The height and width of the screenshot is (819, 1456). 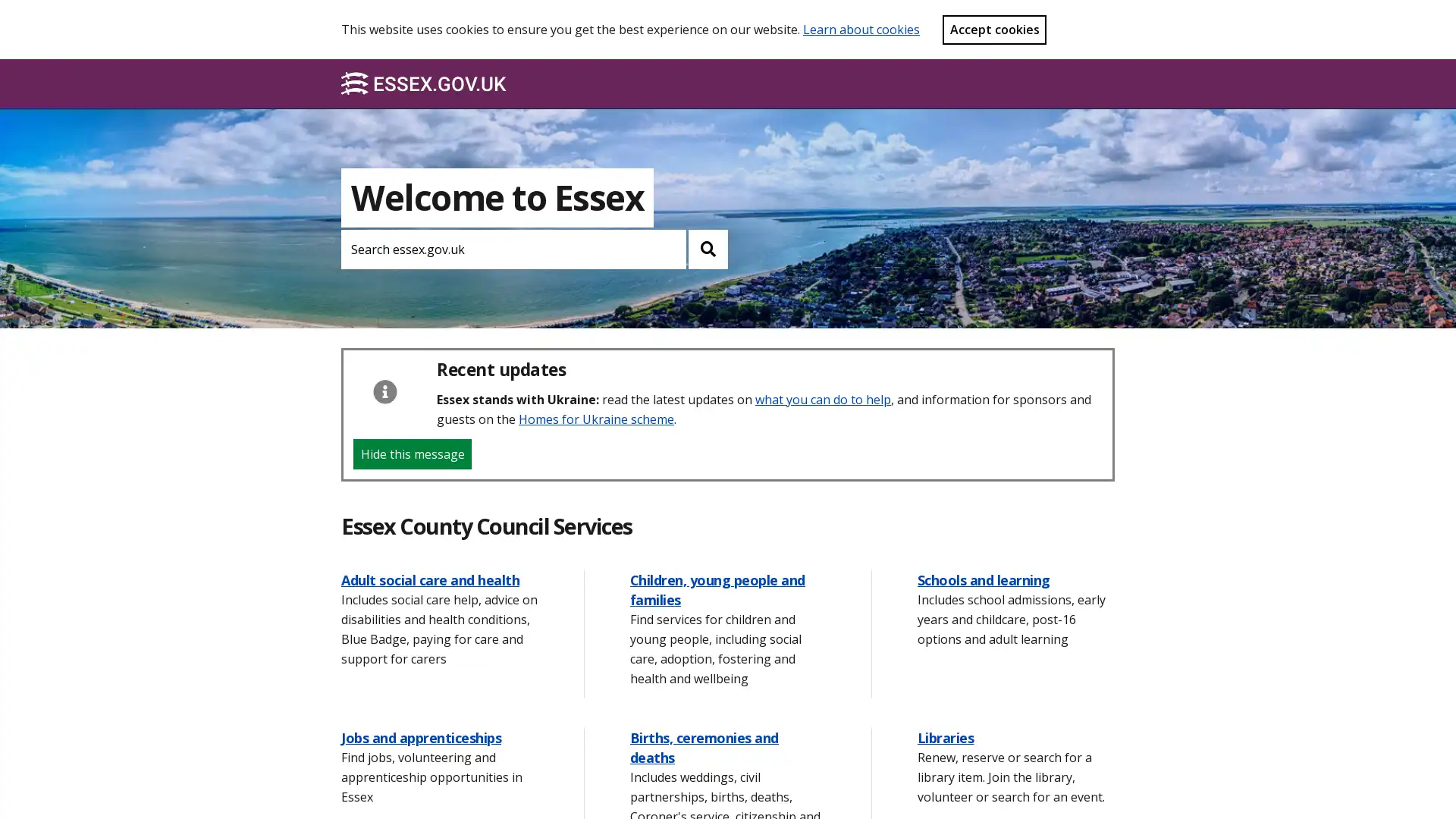 What do you see at coordinates (861, 29) in the screenshot?
I see `learn about cookies` at bounding box center [861, 29].